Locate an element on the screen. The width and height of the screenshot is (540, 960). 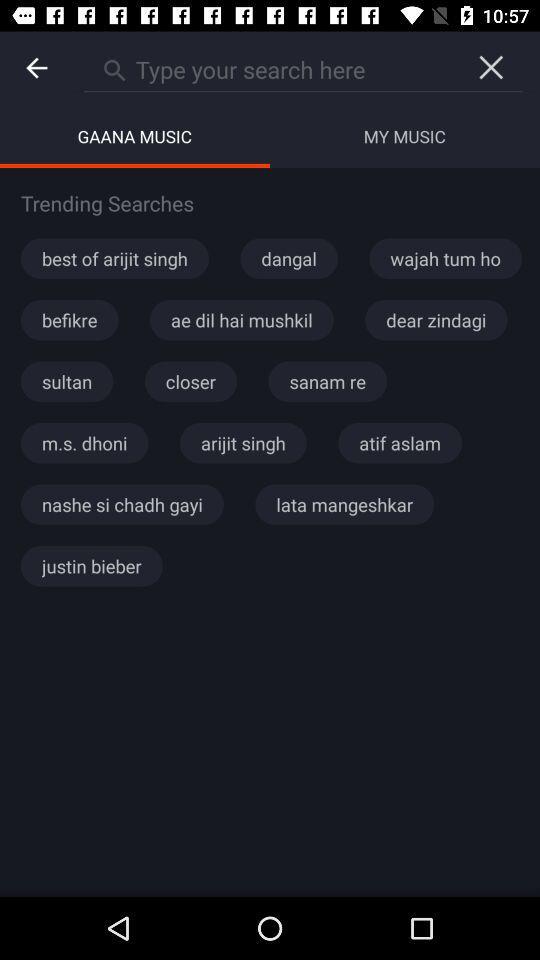
return to previous is located at coordinates (36, 68).